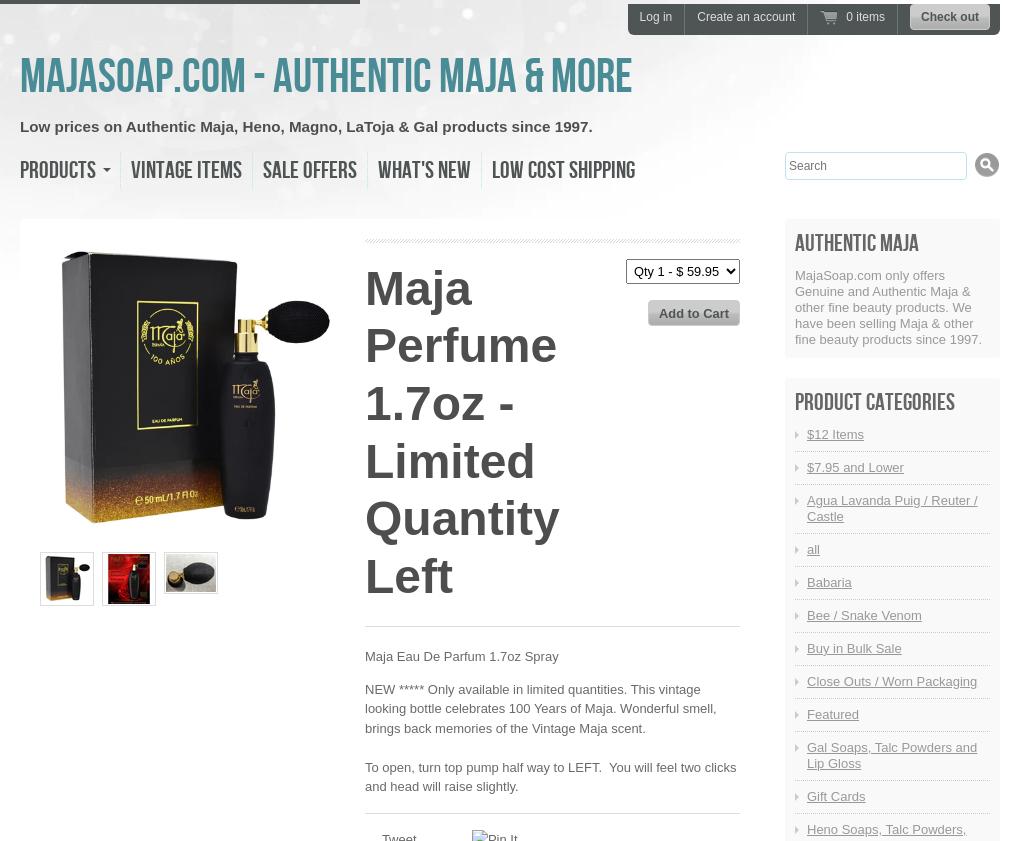 Image resolution: width=1020 pixels, height=841 pixels. Describe the element at coordinates (460, 431) in the screenshot. I see `'Maja Perfume 1.7oz - Limited Quantity Left'` at that location.